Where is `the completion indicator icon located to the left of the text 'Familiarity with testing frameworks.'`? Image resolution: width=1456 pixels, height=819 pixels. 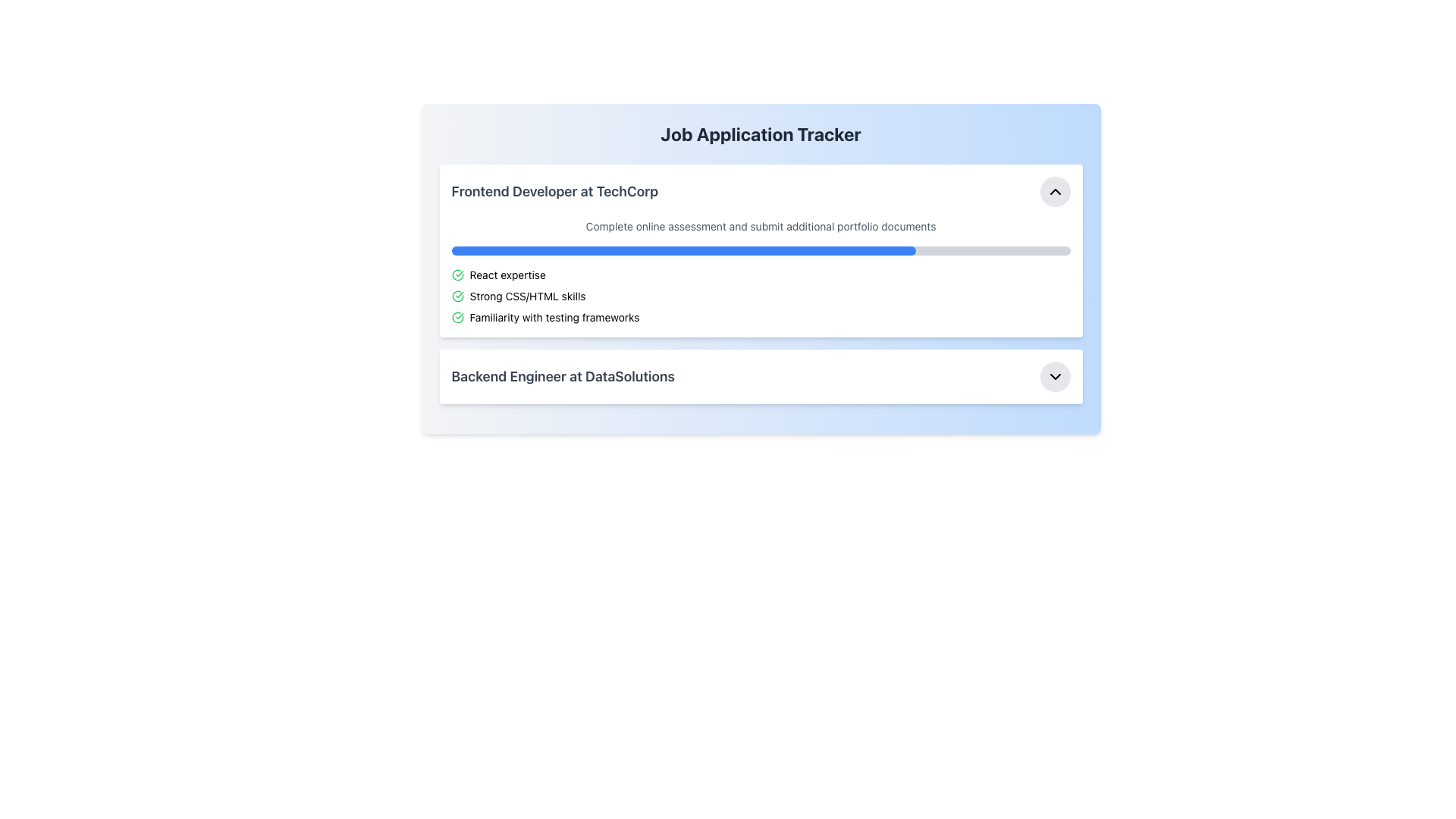
the completion indicator icon located to the left of the text 'Familiarity with testing frameworks.' is located at coordinates (457, 317).